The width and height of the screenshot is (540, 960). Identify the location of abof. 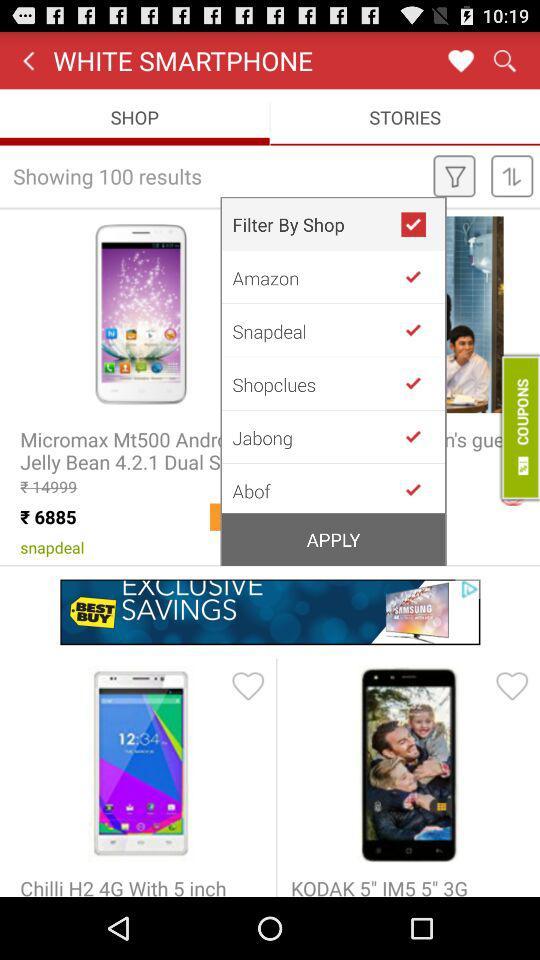
(420, 487).